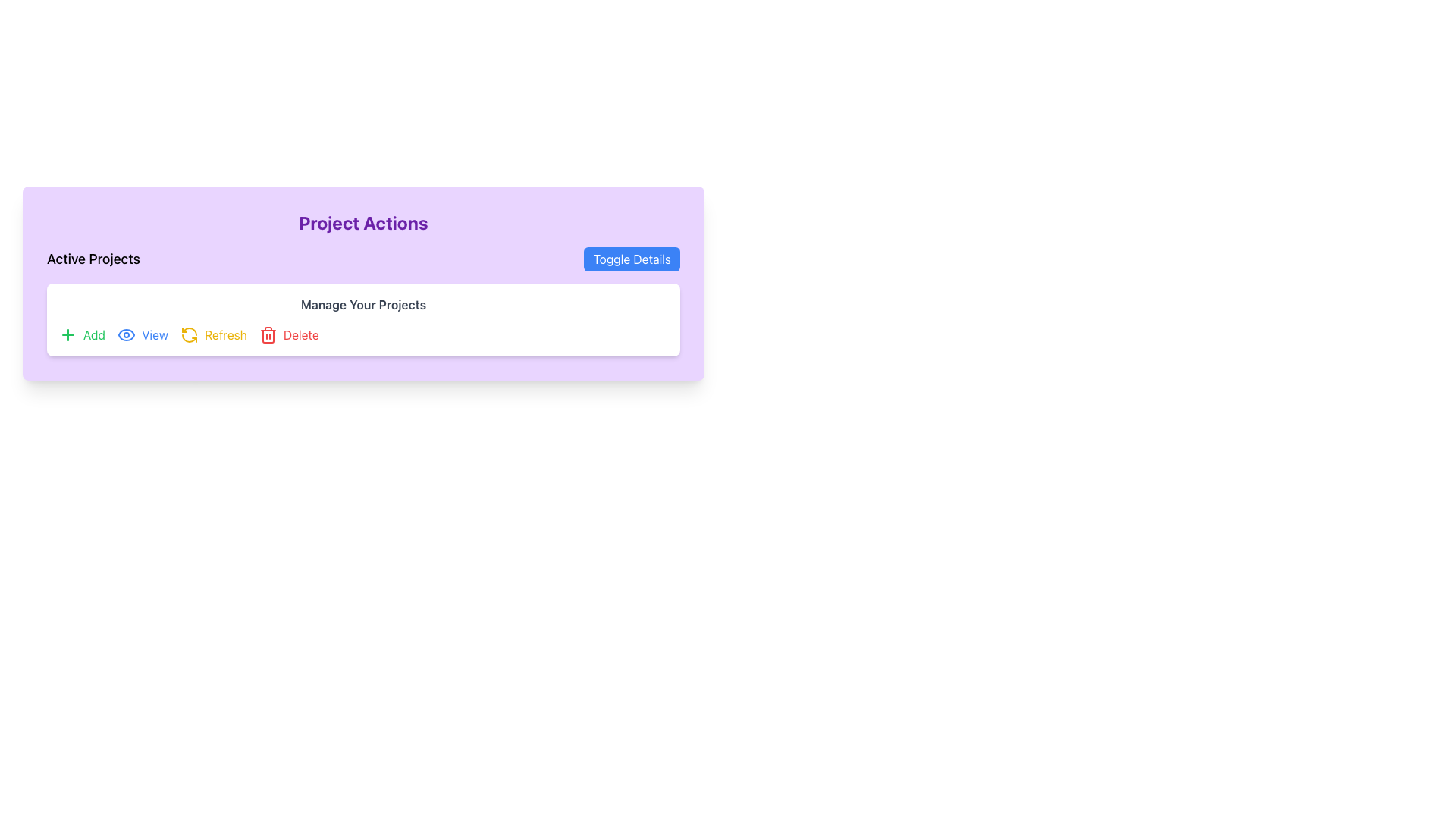 This screenshot has width=1456, height=819. I want to click on the bold header text labeled 'Manage Your Projects' which is styled in gray and located centrally within a white card-like section, so click(362, 304).